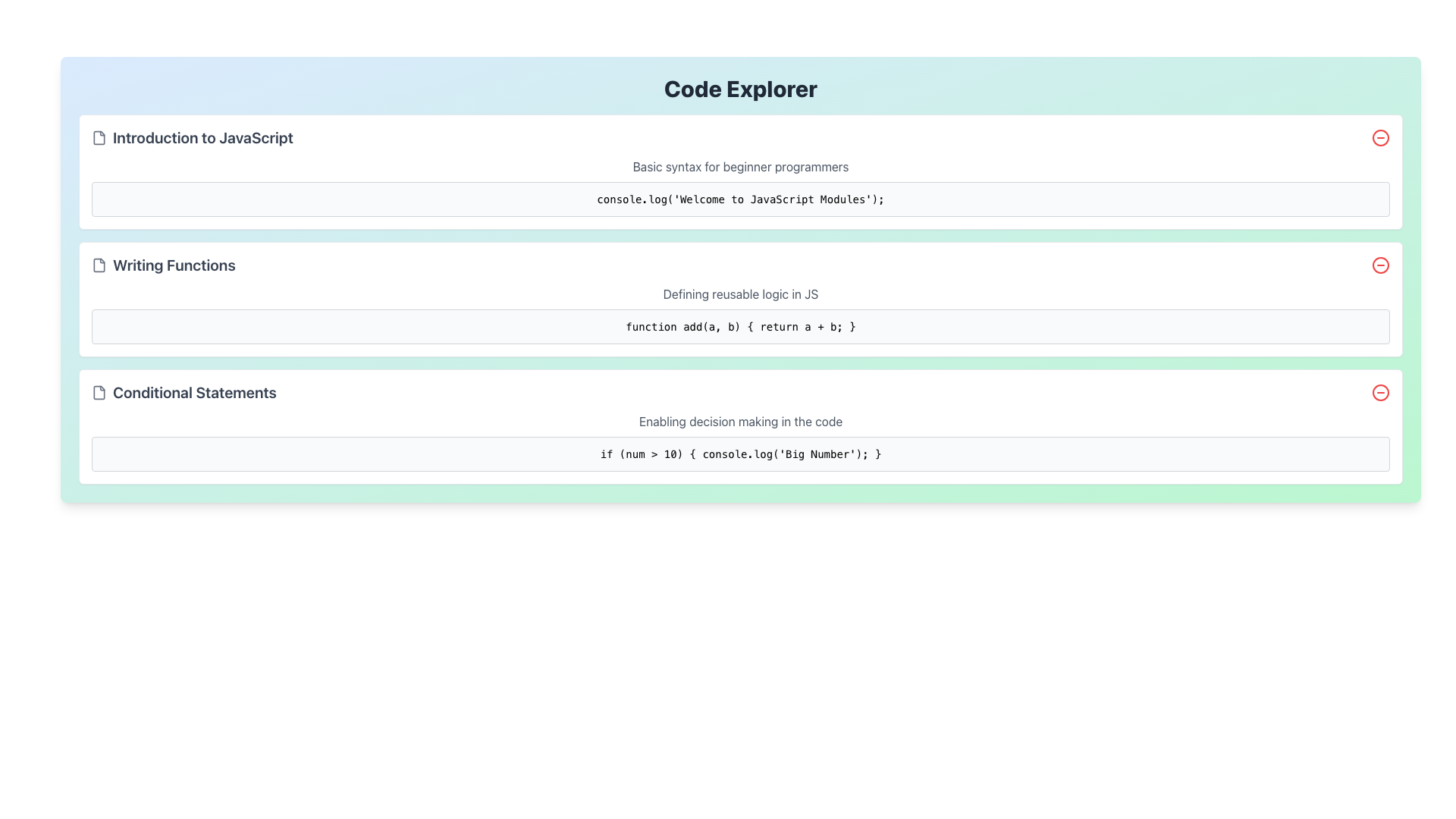 Image resolution: width=1456 pixels, height=819 pixels. I want to click on the button located at the far-right region of the 'Conditional Statements' section's header bar, so click(1380, 391).